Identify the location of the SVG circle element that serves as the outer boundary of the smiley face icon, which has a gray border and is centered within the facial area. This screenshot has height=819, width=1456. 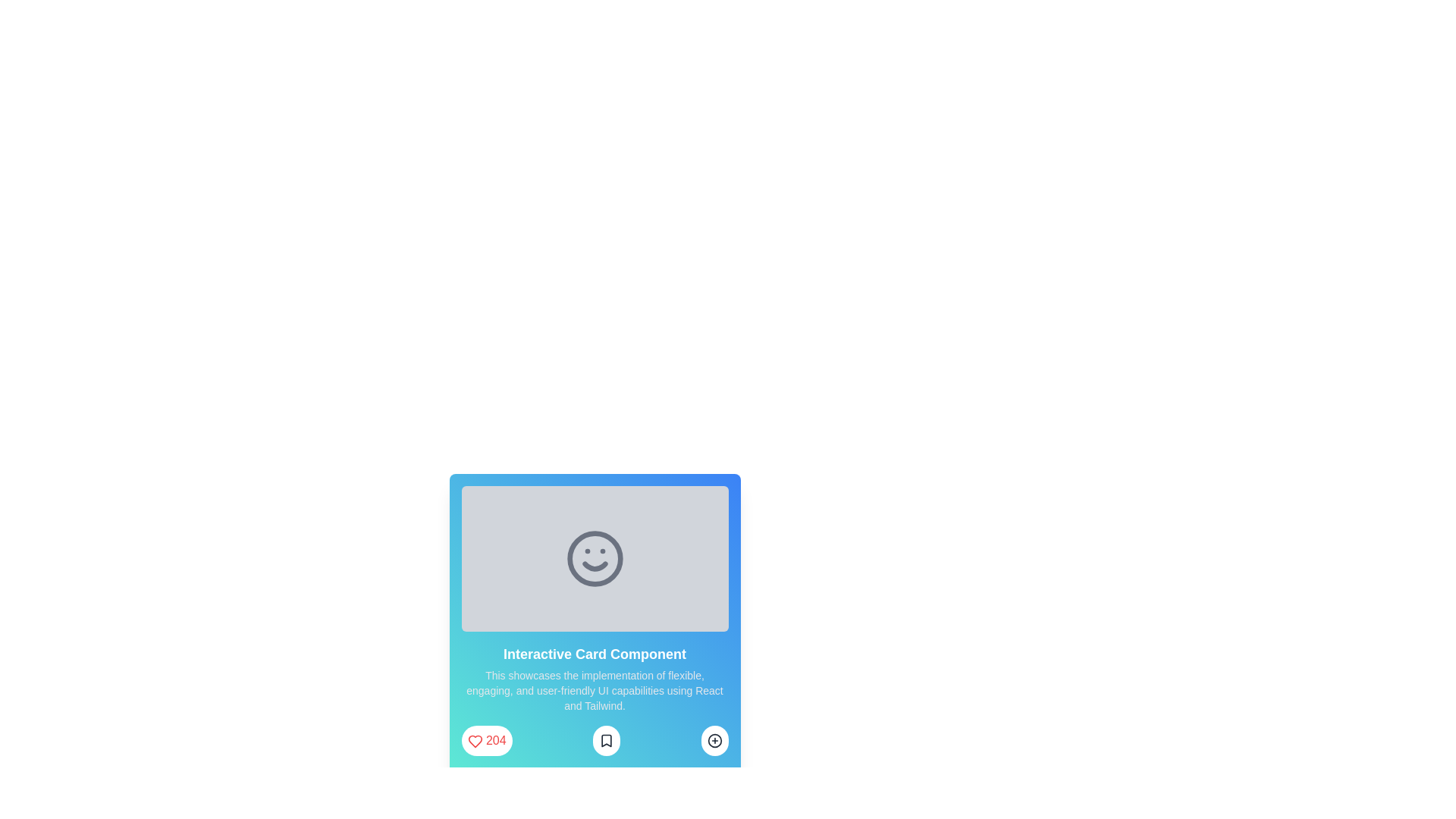
(594, 558).